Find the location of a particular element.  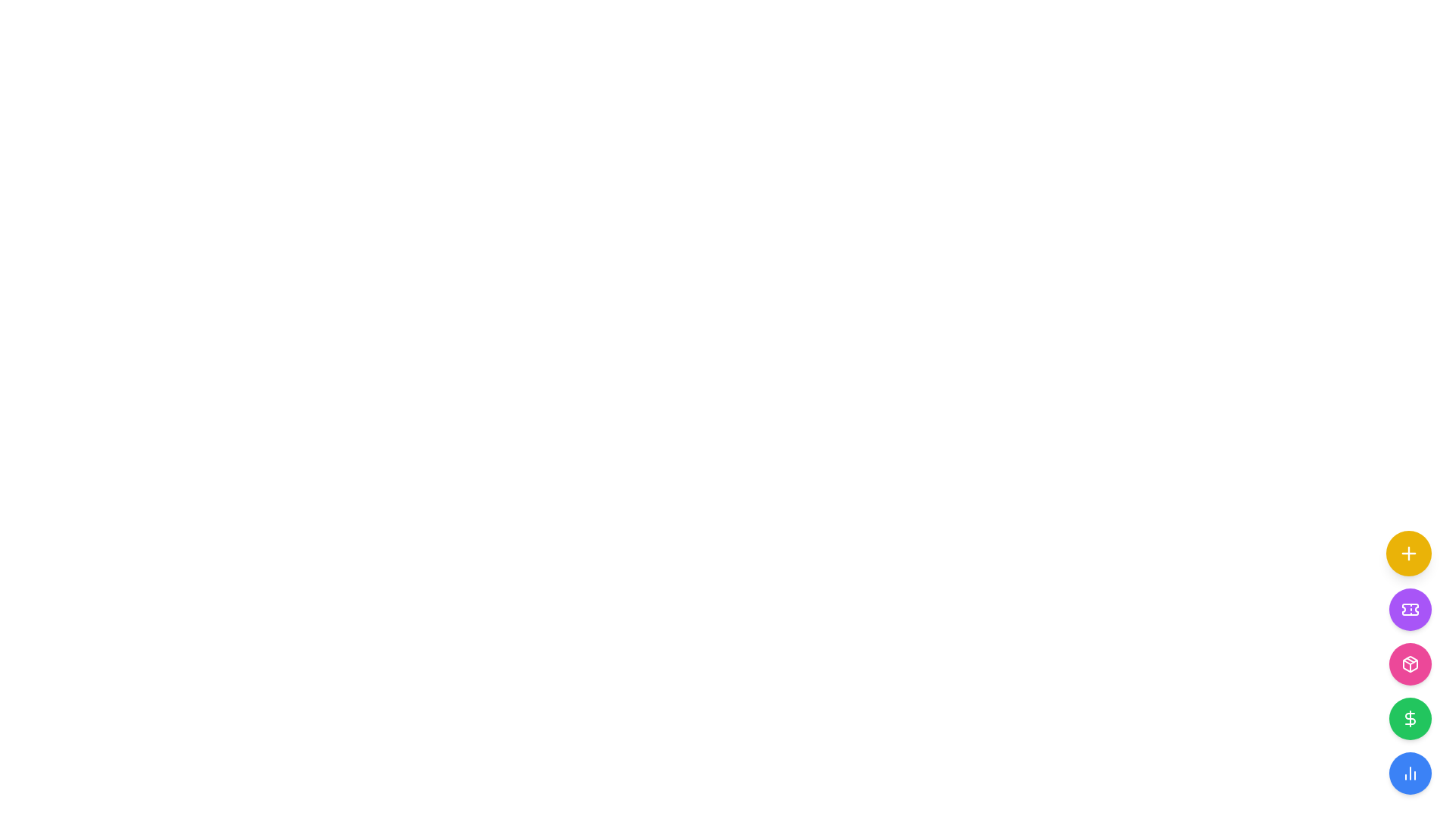

the blue circular button containing the bar chart icon at the bottom of the vertical stack is located at coordinates (1410, 773).